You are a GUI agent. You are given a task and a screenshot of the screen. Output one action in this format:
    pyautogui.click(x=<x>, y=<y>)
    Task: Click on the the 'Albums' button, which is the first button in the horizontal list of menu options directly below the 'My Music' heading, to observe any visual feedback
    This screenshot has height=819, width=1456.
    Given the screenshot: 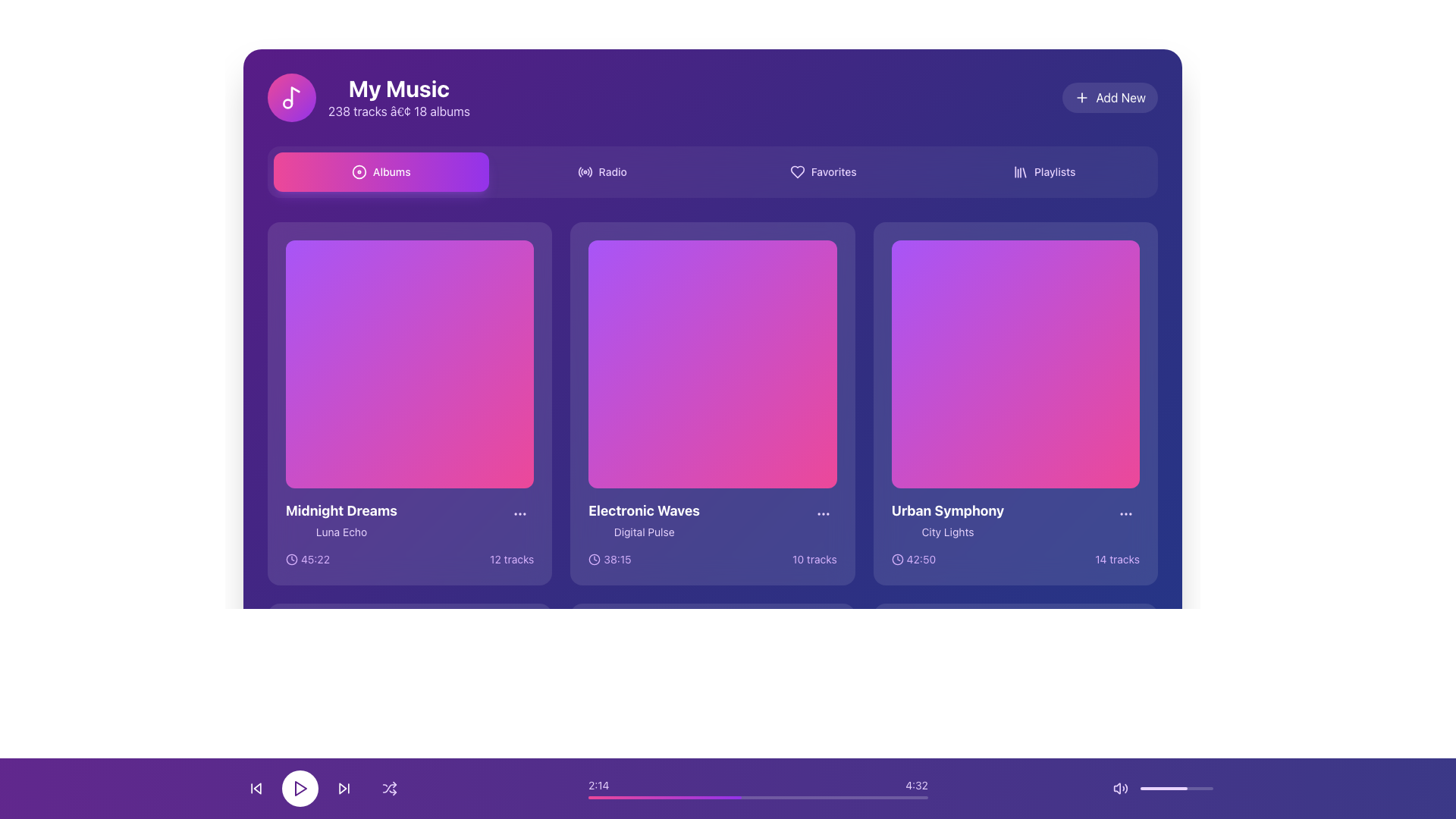 What is the action you would take?
    pyautogui.click(x=381, y=171)
    